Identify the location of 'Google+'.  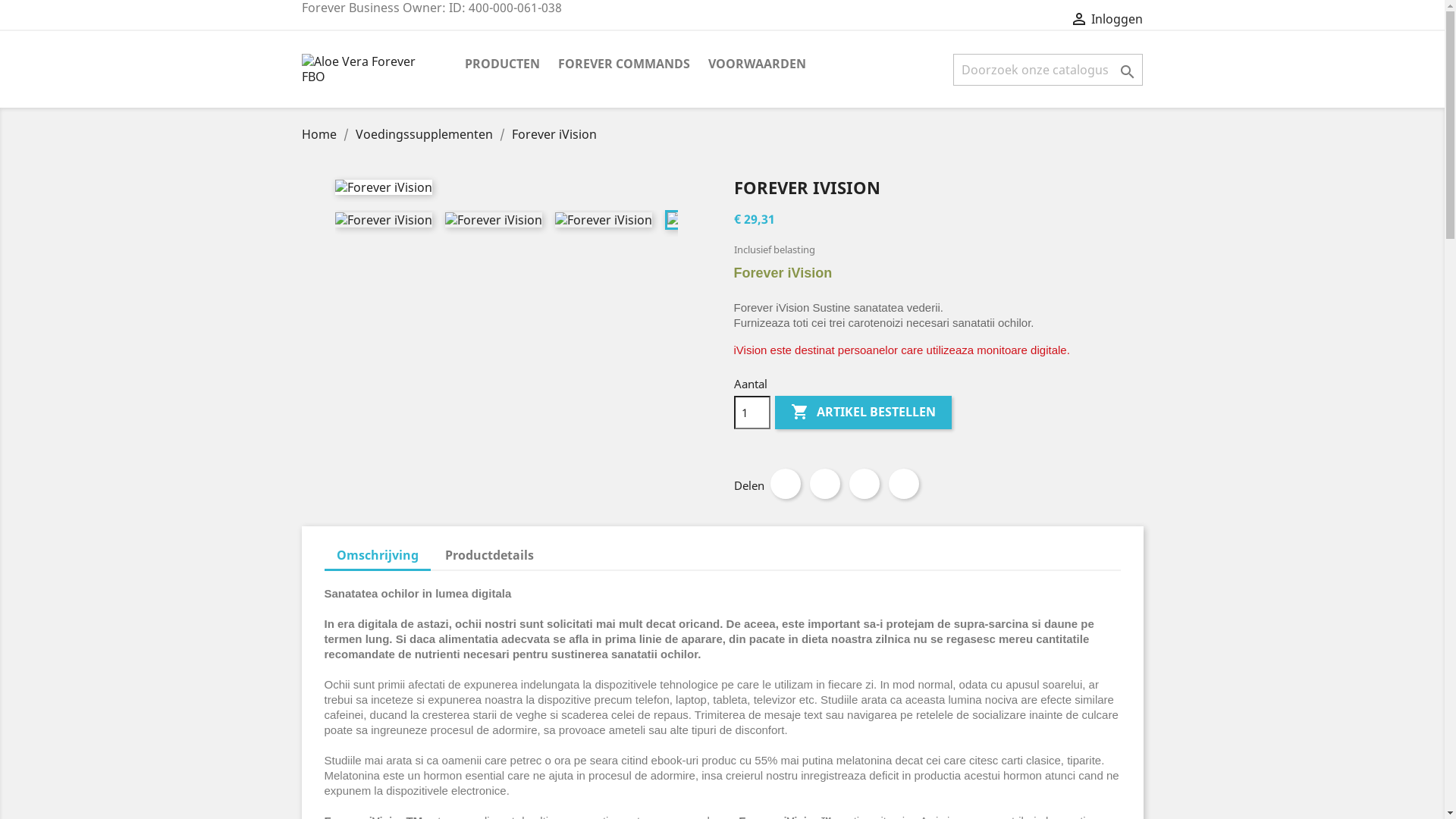
(864, 483).